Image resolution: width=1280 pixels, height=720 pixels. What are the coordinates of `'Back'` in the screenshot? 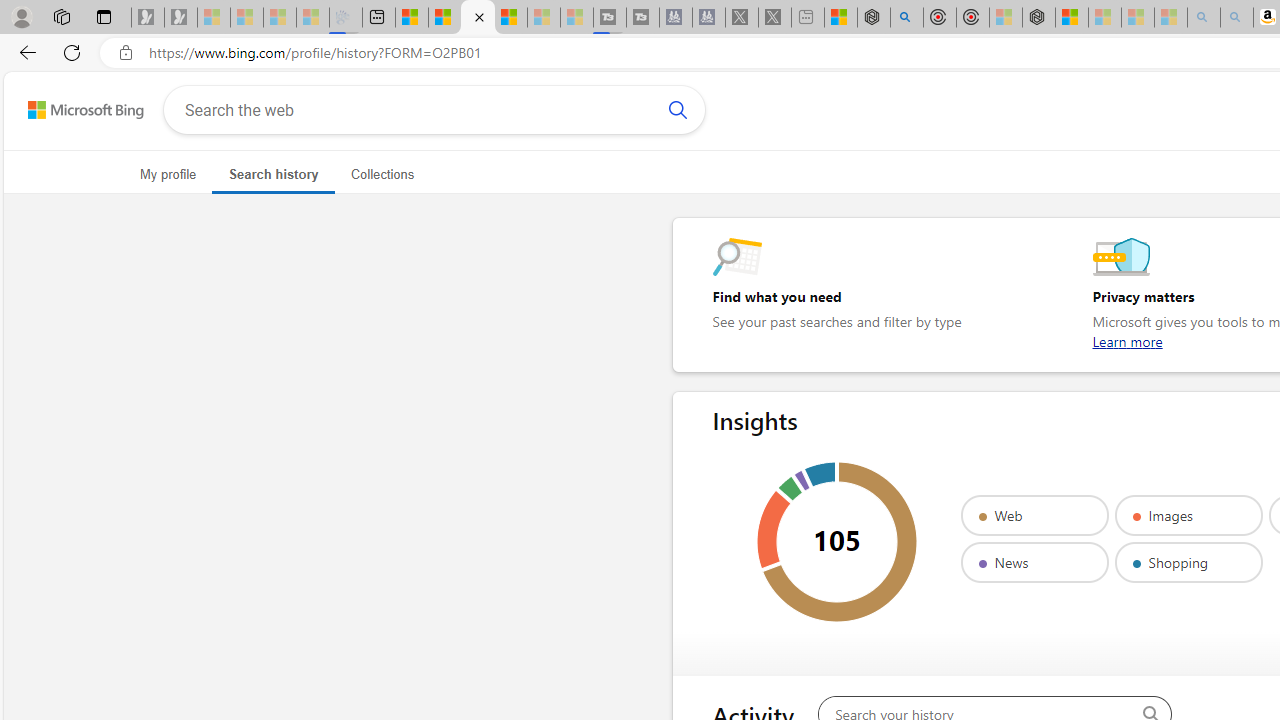 It's located at (24, 51).